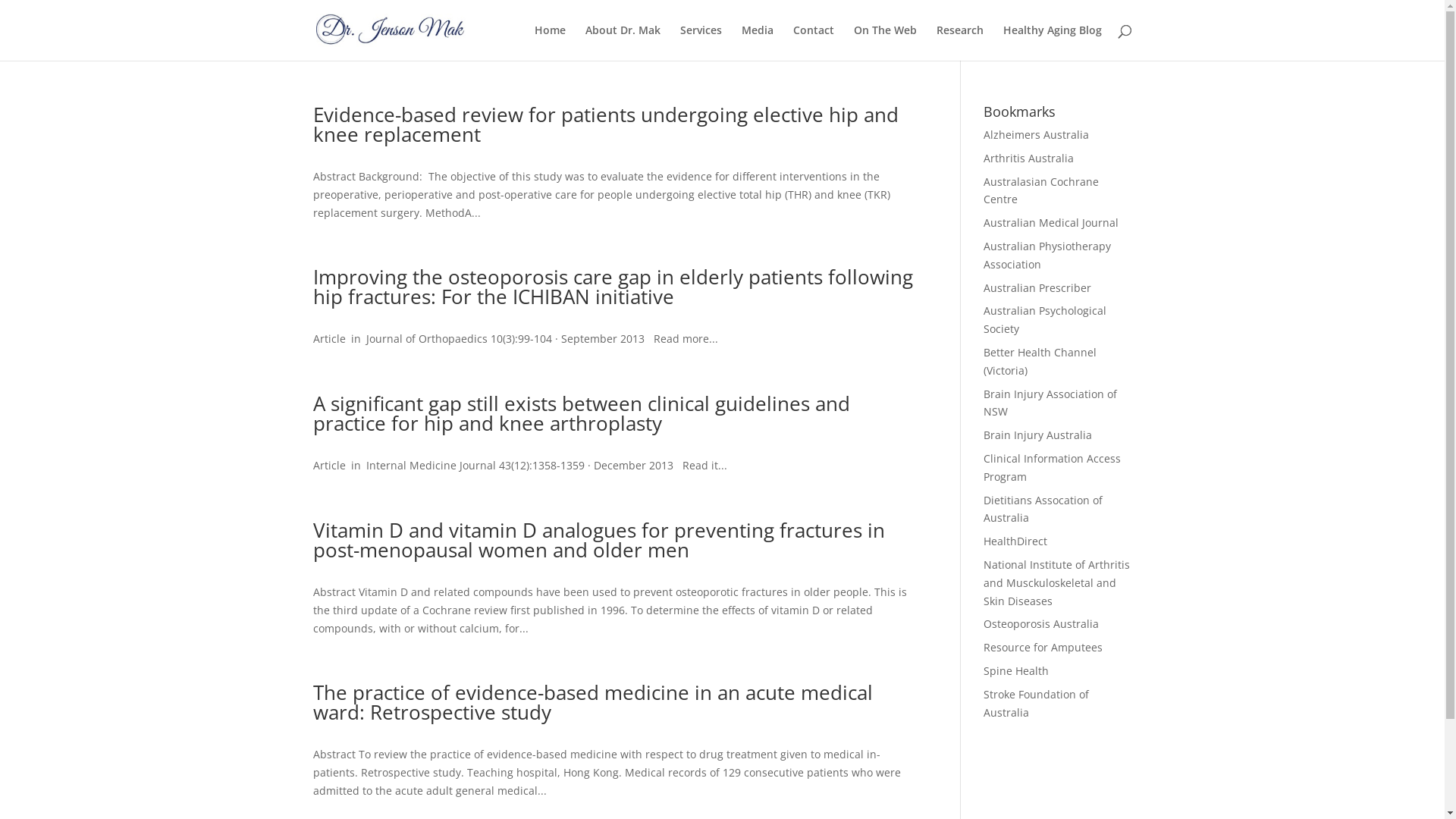 The image size is (1456, 819). What do you see at coordinates (885, 42) in the screenshot?
I see `'On The Web'` at bounding box center [885, 42].